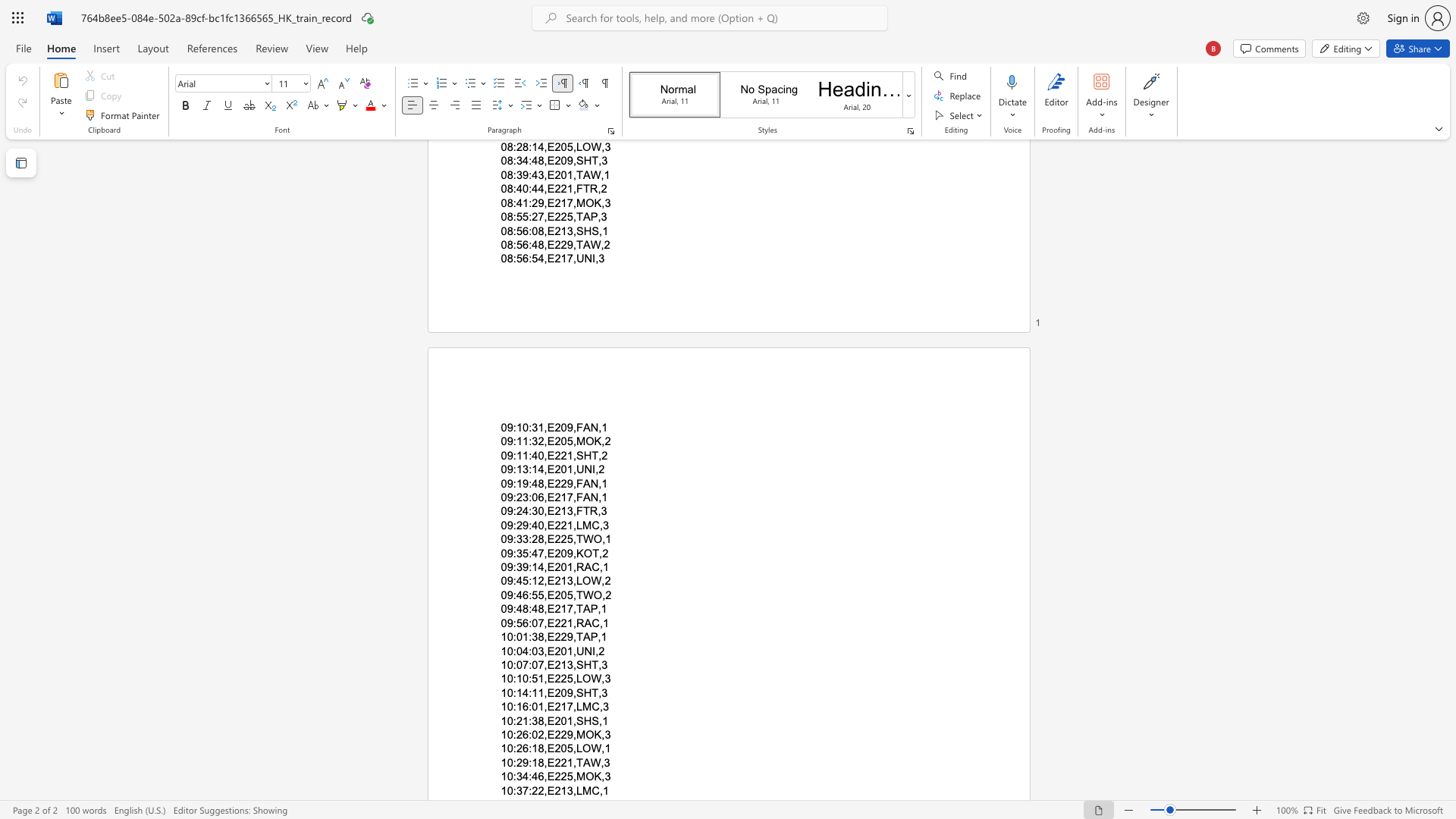 The height and width of the screenshot is (819, 1456). I want to click on the space between the continuous character "3" and "8" in the text, so click(538, 637).